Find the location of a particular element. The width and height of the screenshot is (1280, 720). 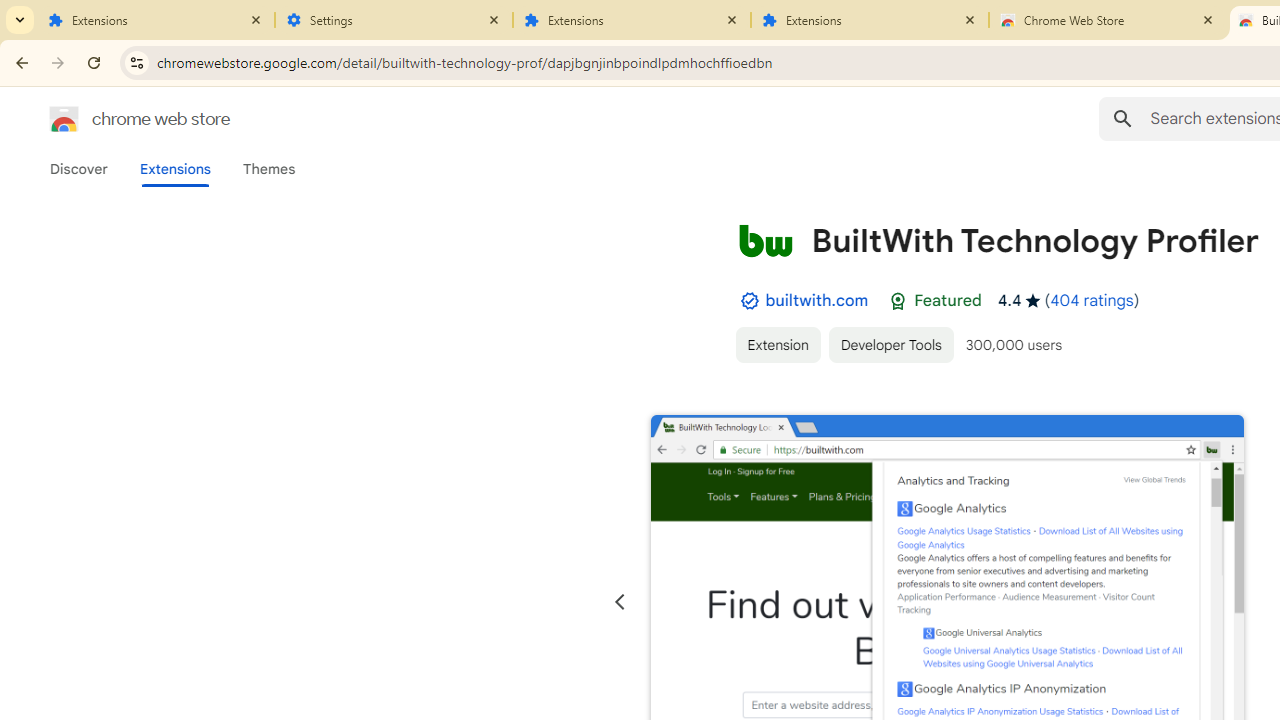

'Settings' is located at coordinates (394, 20).